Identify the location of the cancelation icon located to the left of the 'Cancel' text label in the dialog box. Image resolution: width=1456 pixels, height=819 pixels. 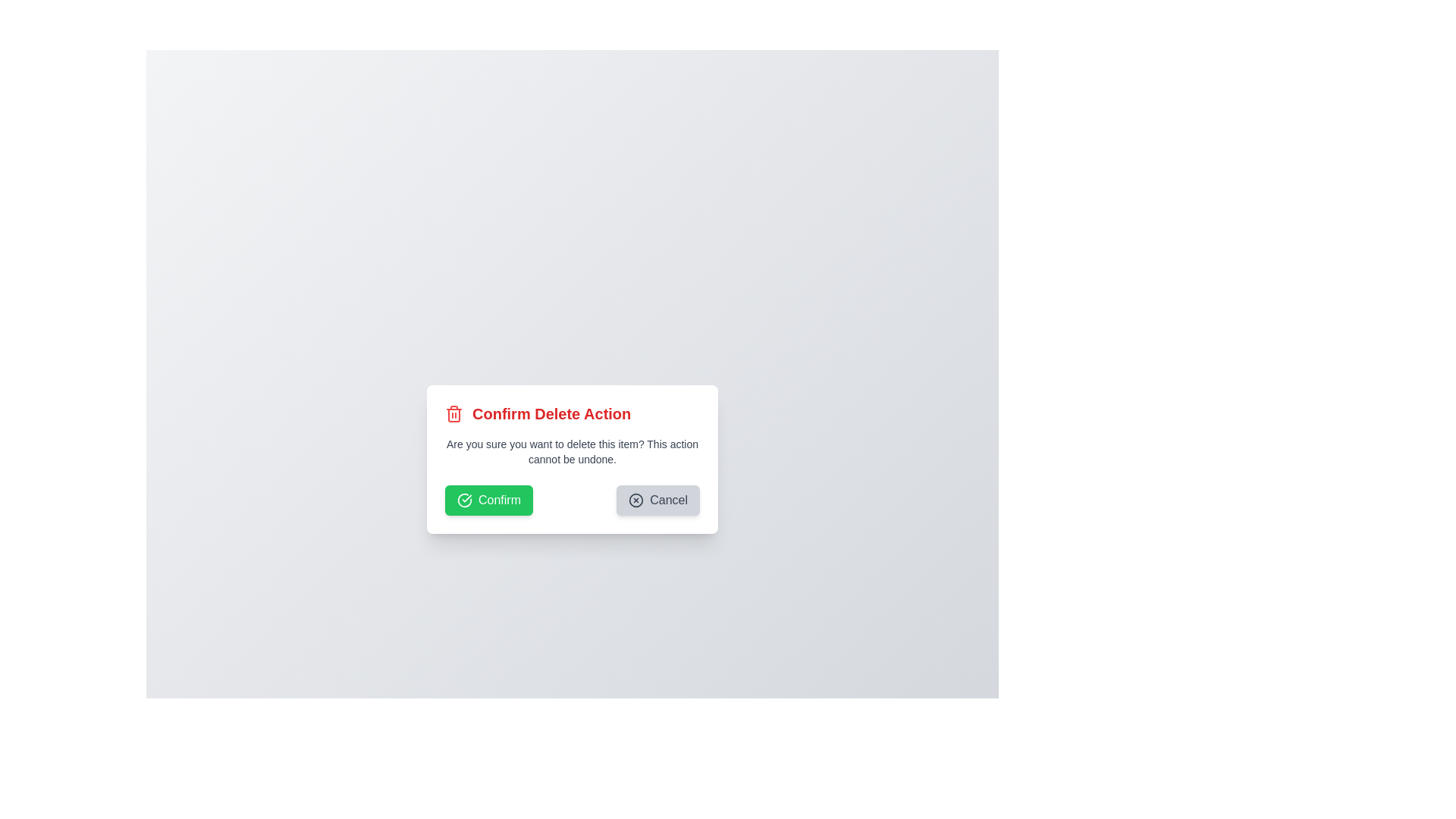
(636, 500).